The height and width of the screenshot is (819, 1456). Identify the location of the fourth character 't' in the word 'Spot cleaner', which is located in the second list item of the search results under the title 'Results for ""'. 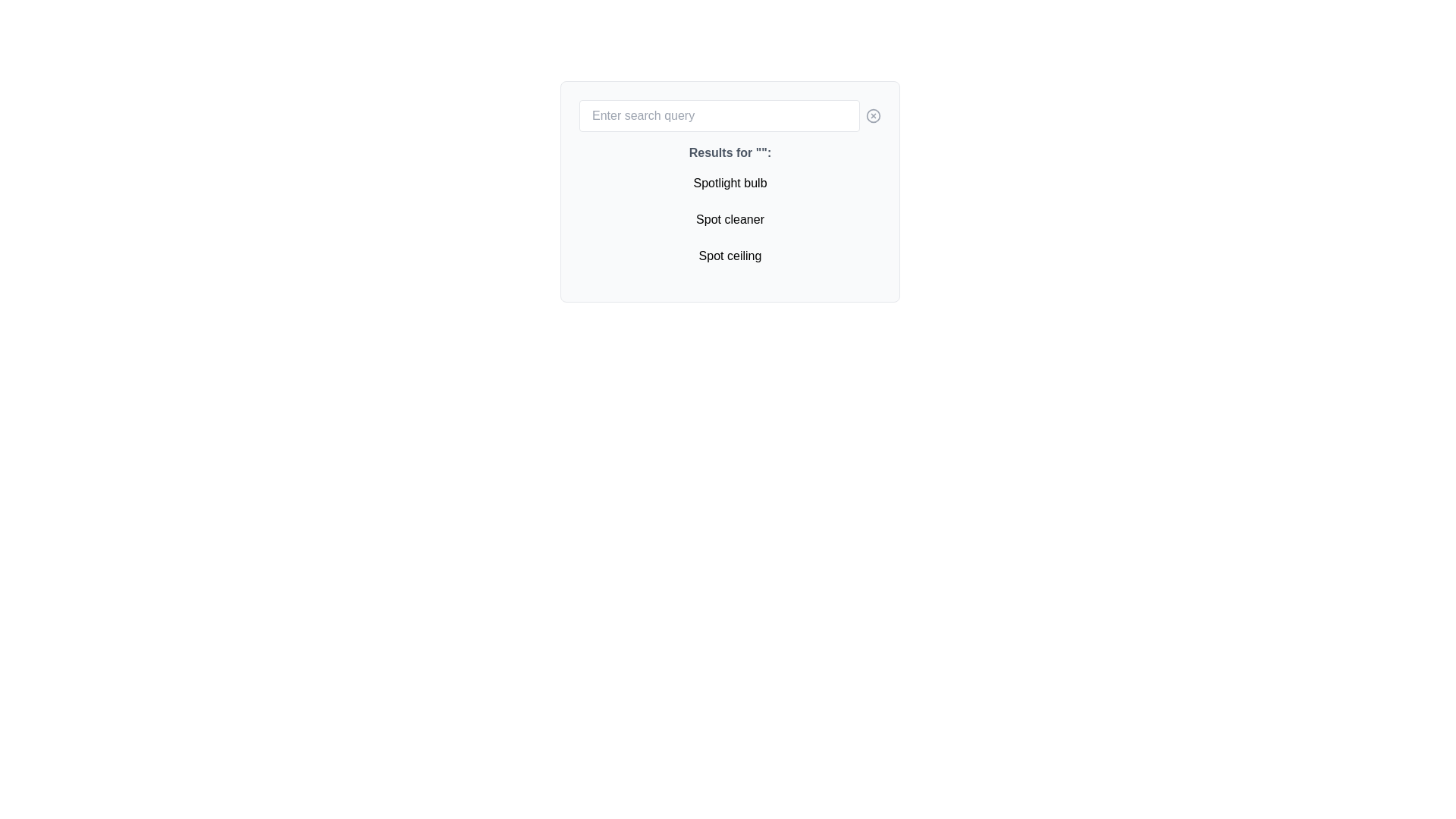
(714, 219).